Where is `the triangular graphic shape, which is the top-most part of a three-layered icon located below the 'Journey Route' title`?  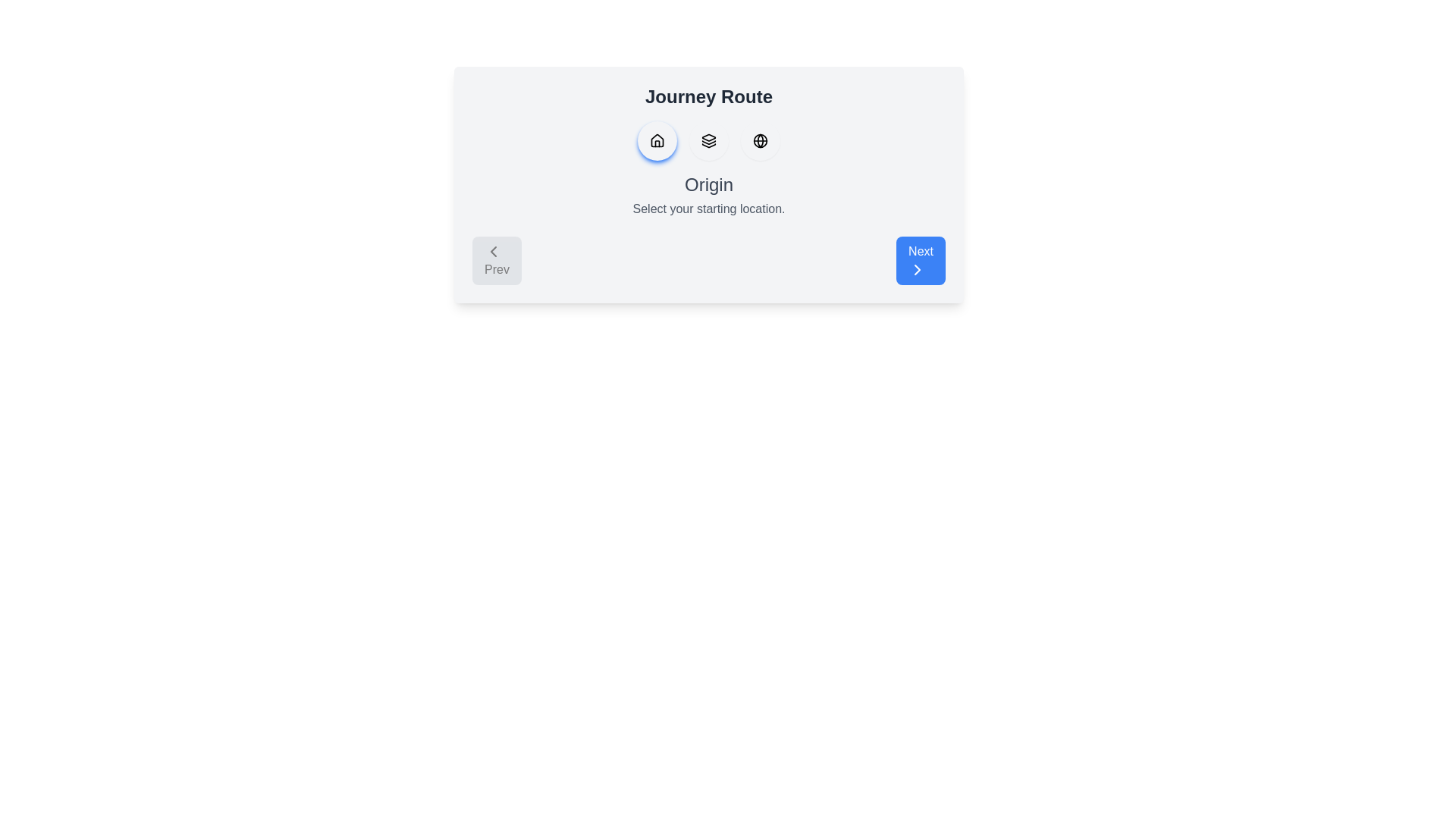
the triangular graphic shape, which is the top-most part of a three-layered icon located below the 'Journey Route' title is located at coordinates (708, 137).